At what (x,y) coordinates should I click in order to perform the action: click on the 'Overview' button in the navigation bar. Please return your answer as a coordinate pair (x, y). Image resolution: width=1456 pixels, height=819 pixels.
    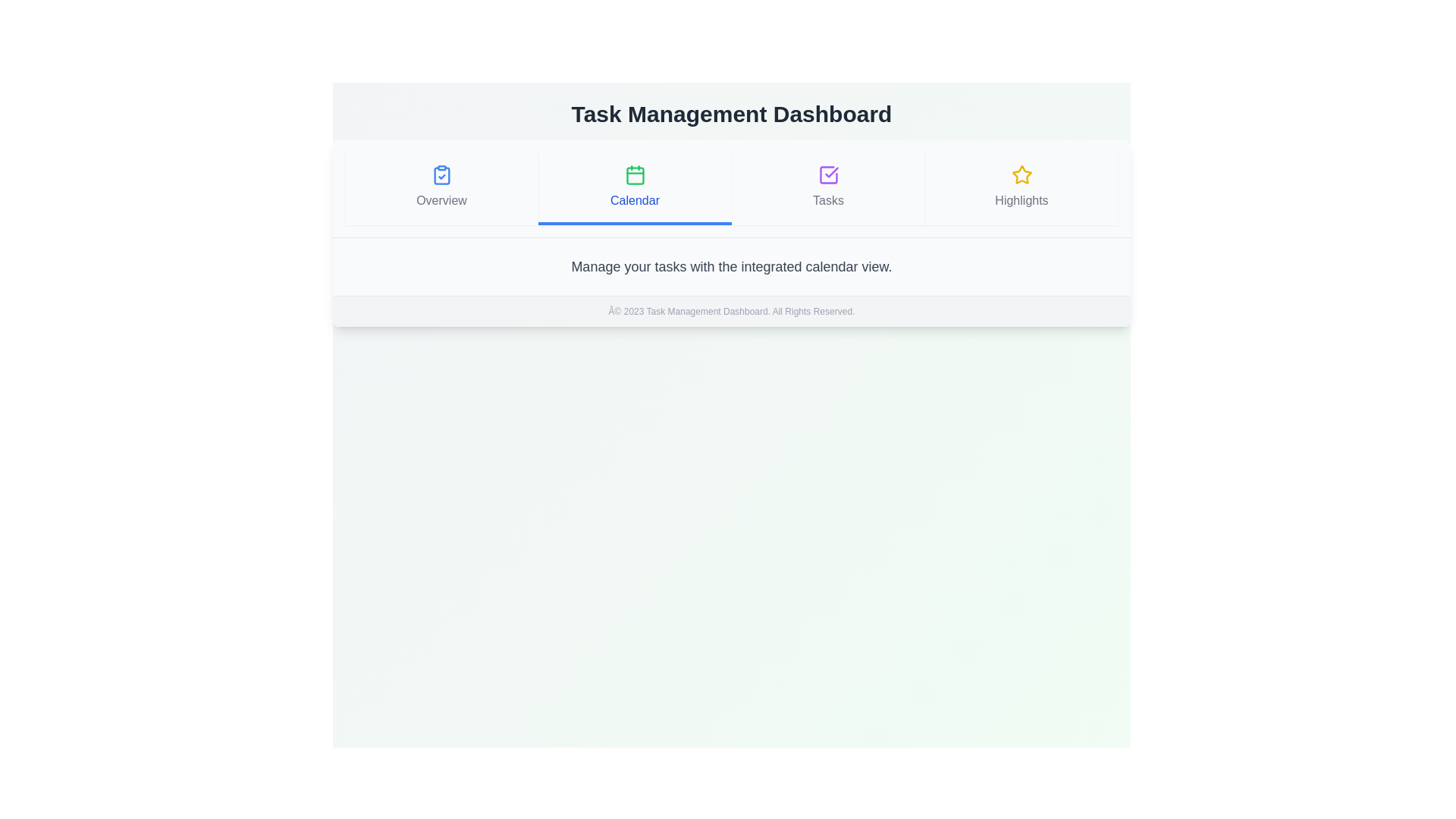
    Looking at the image, I should click on (441, 188).